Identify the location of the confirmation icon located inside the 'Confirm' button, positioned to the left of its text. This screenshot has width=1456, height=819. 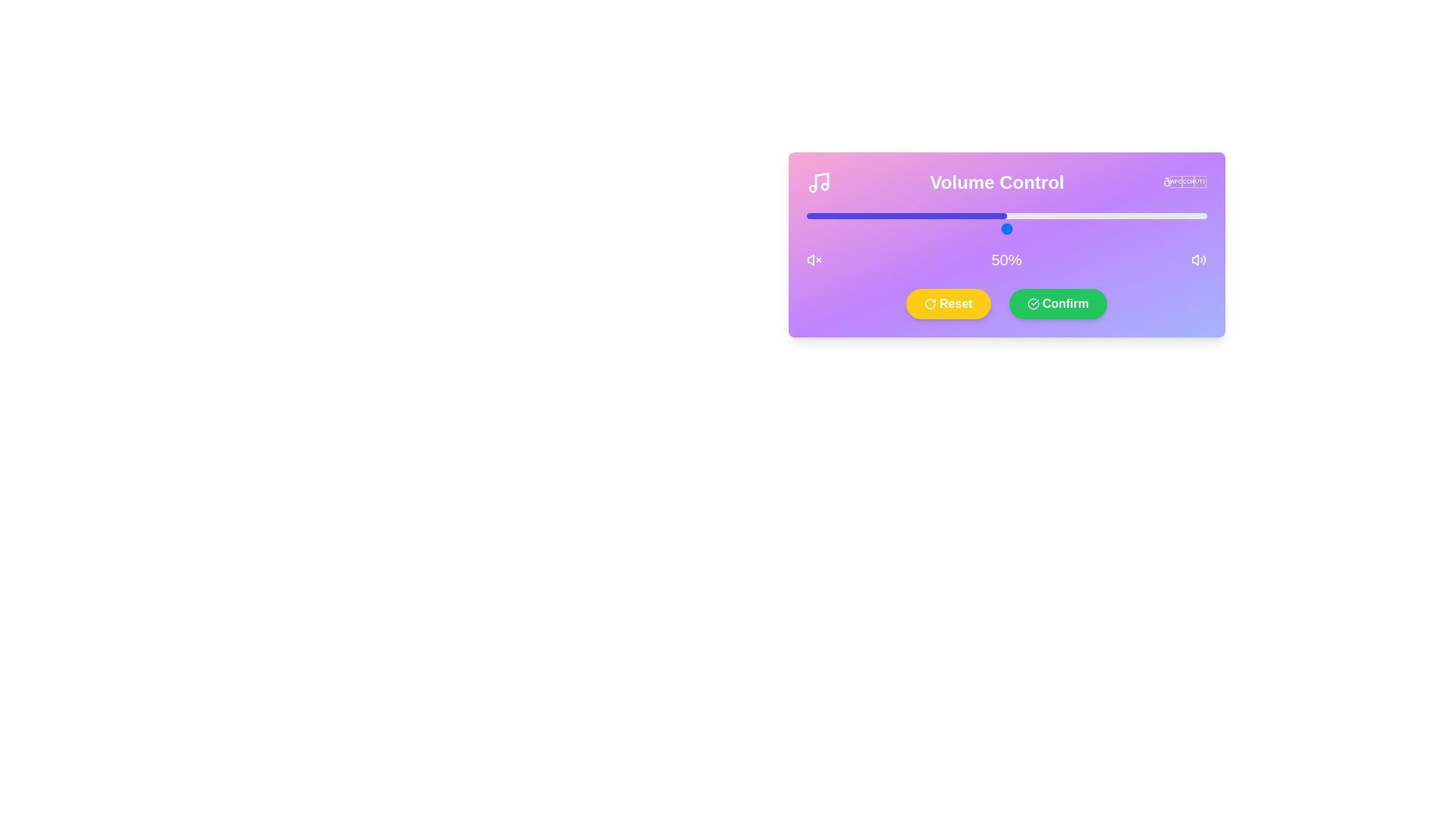
(1032, 304).